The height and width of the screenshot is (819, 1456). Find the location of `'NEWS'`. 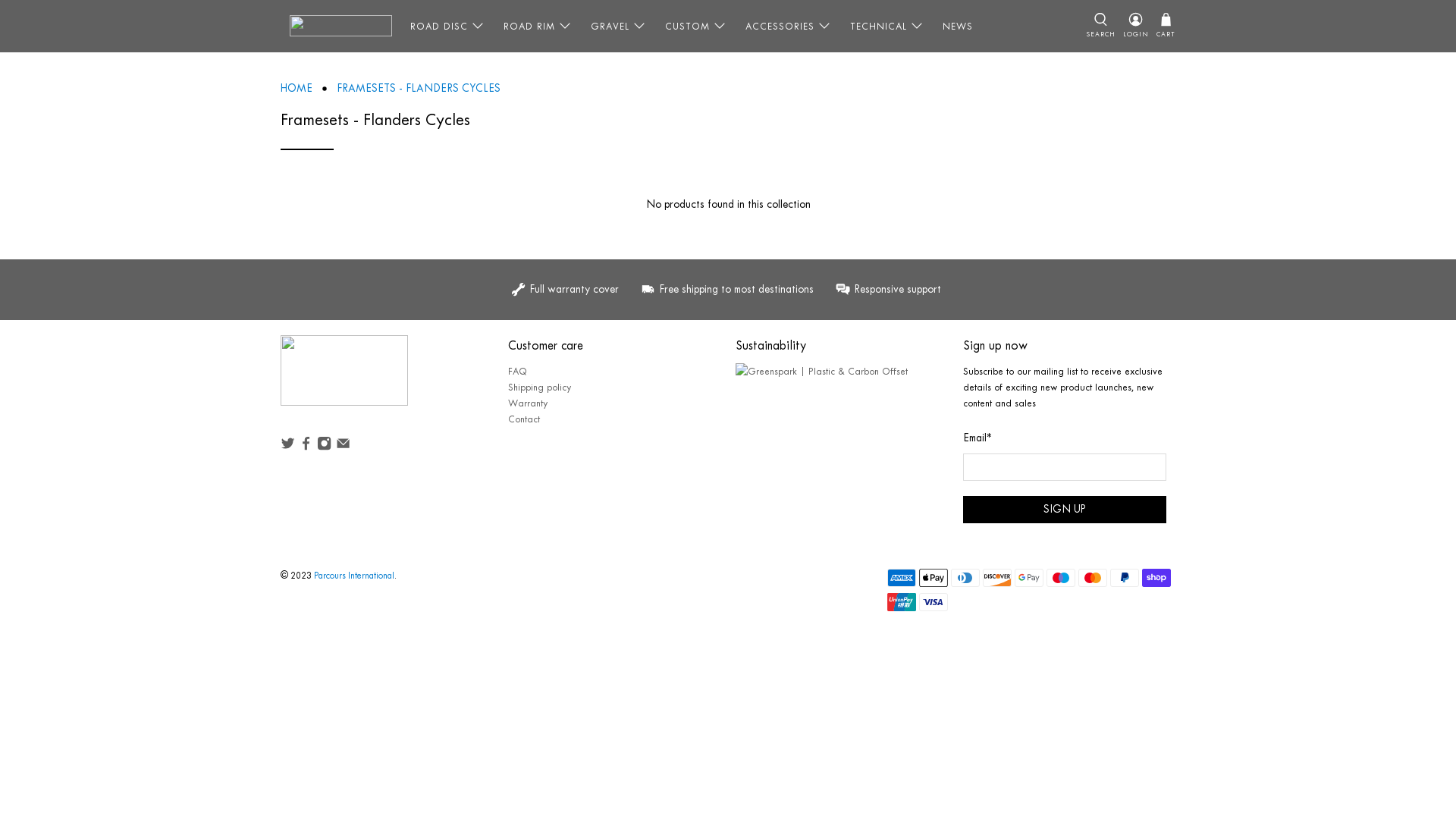

'NEWS' is located at coordinates (956, 26).